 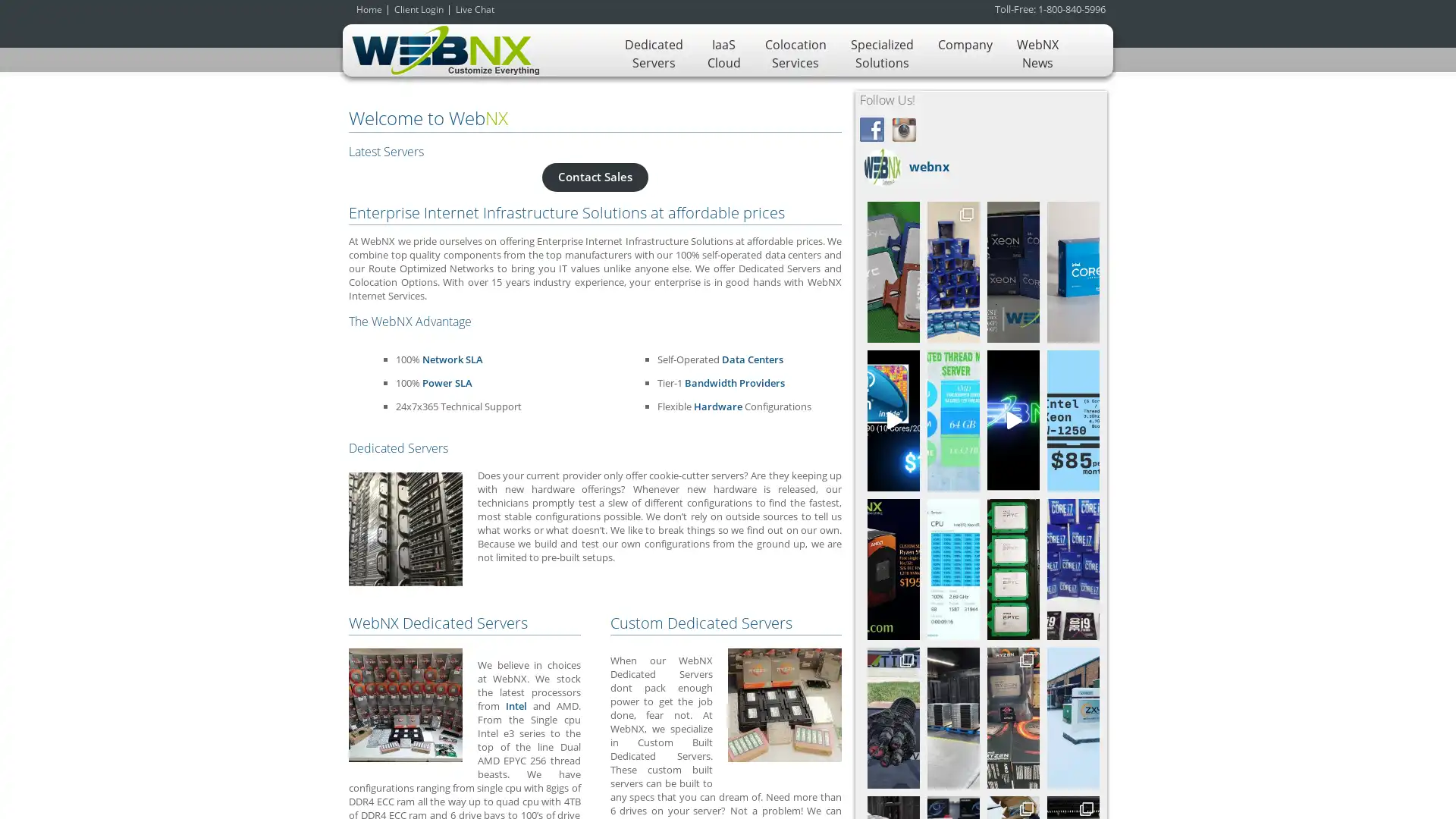 What do you see at coordinates (1062, 565) in the screenshot?
I see `Go` at bounding box center [1062, 565].